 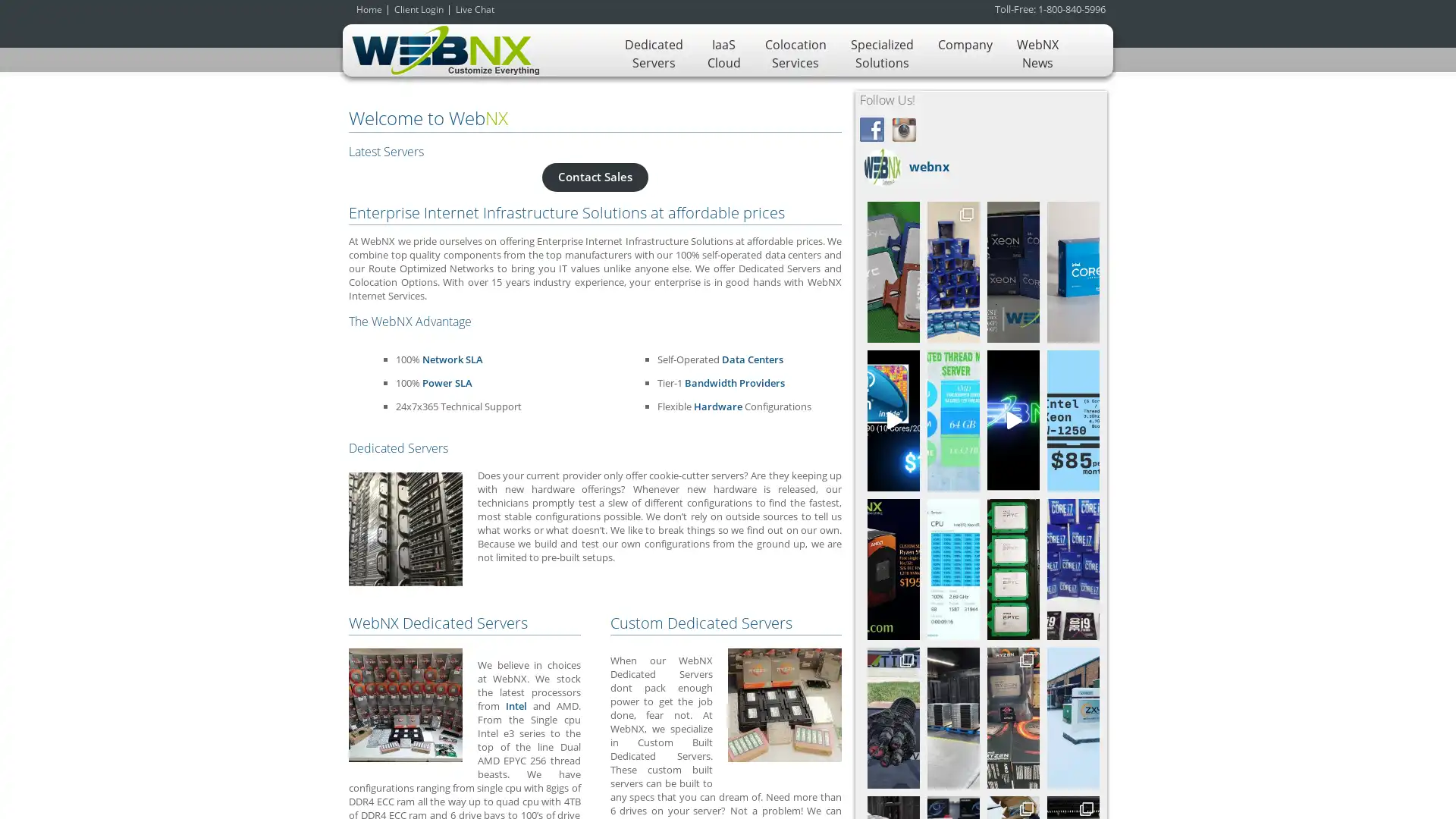 What do you see at coordinates (1062, 565) in the screenshot?
I see `Go` at bounding box center [1062, 565].